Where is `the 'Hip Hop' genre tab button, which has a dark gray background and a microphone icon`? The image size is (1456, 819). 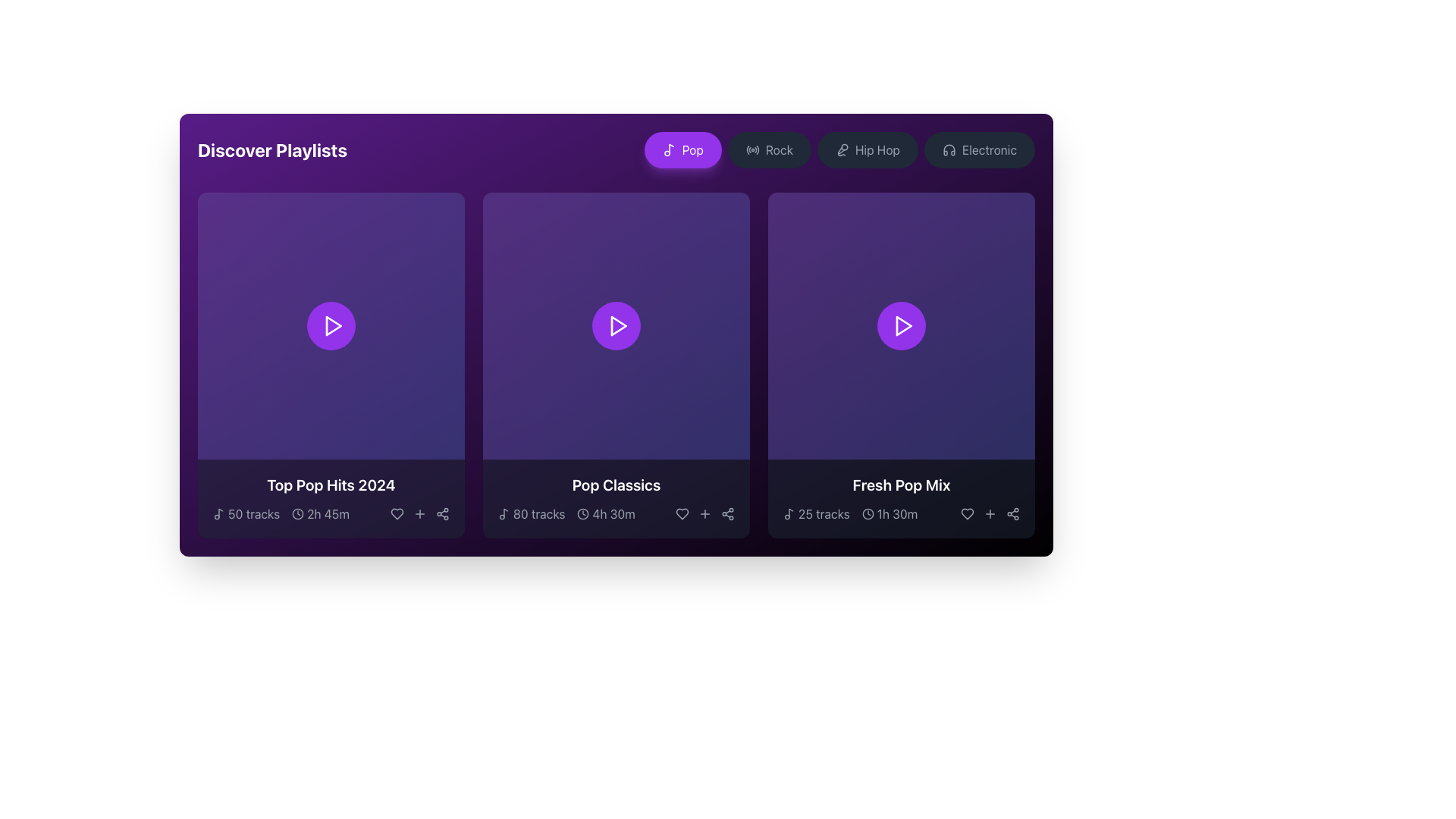 the 'Hip Hop' genre tab button, which has a dark gray background and a microphone icon is located at coordinates (839, 149).